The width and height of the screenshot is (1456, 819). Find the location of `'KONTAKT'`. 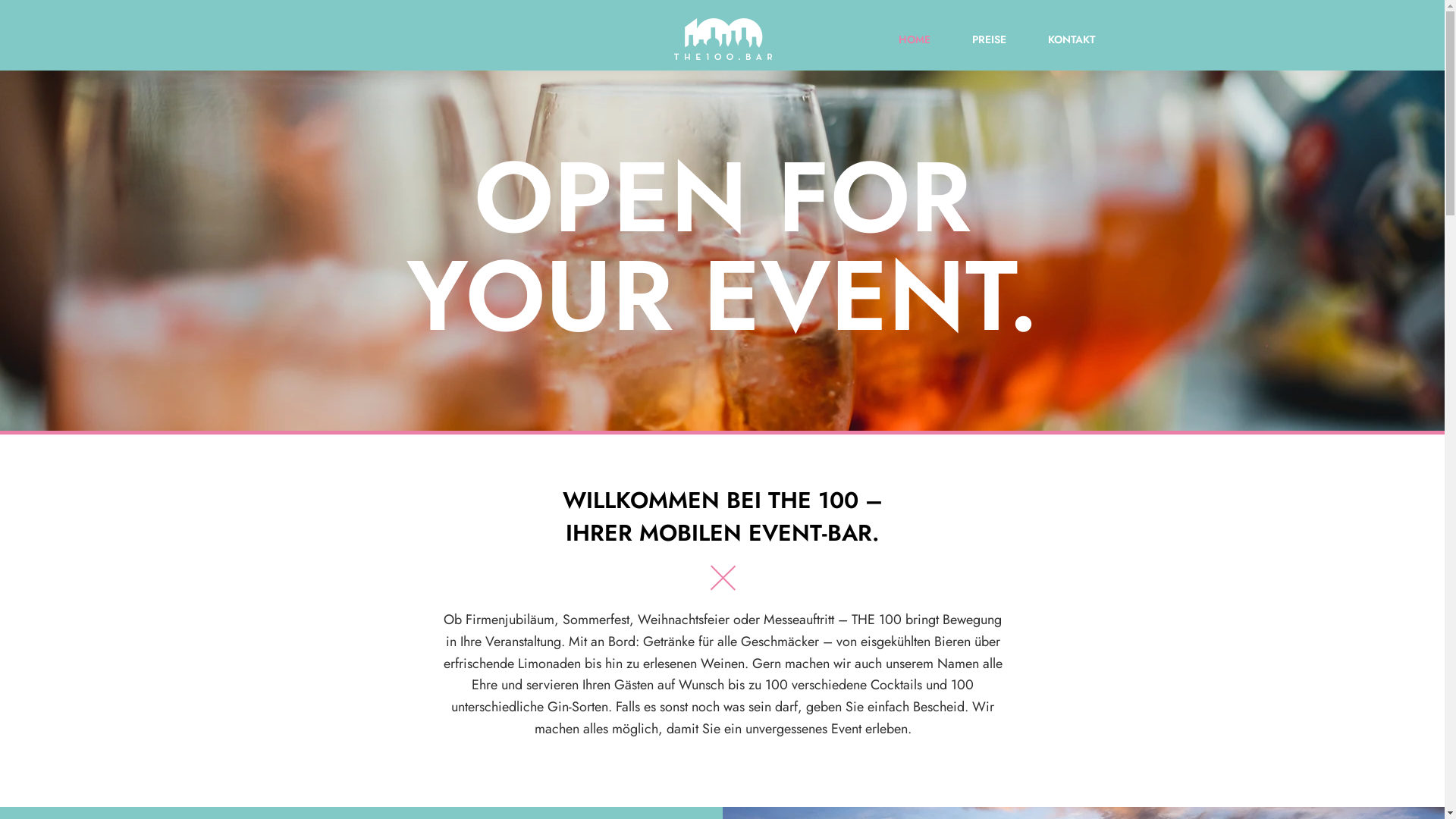

'KONTAKT' is located at coordinates (1056, 38).